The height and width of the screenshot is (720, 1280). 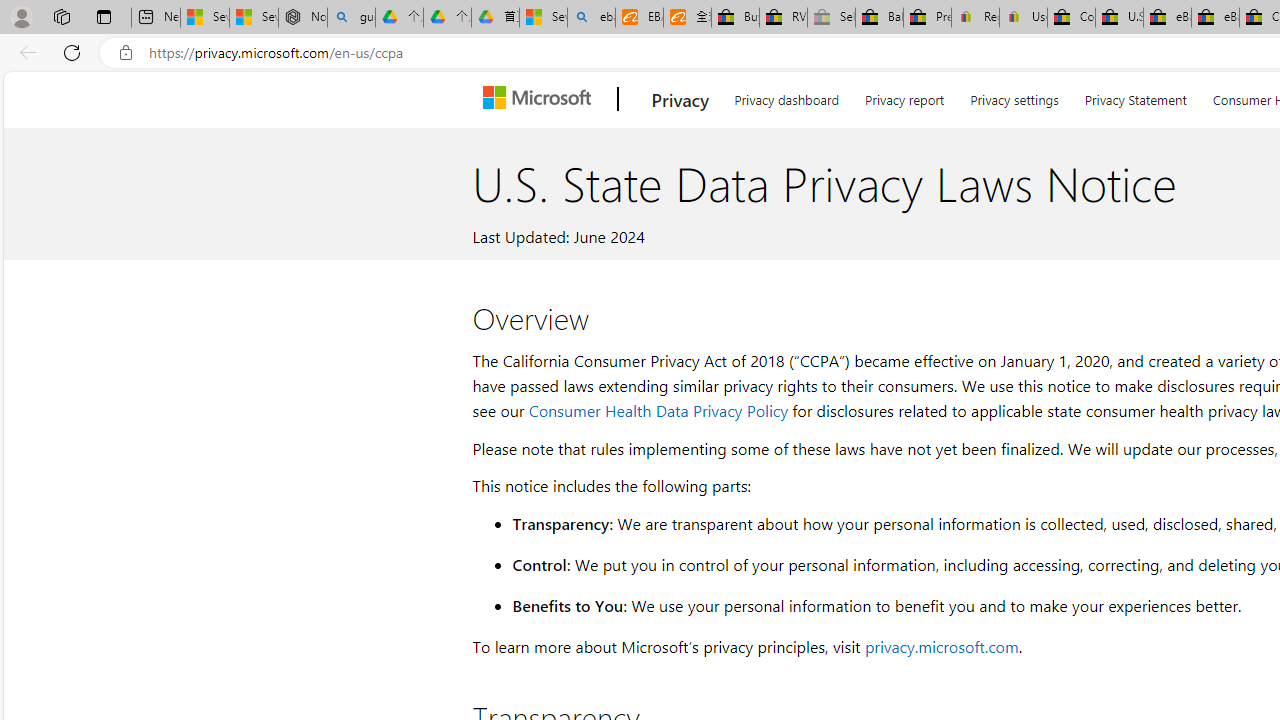 What do you see at coordinates (1135, 96) in the screenshot?
I see `'Privacy Statement'` at bounding box center [1135, 96].